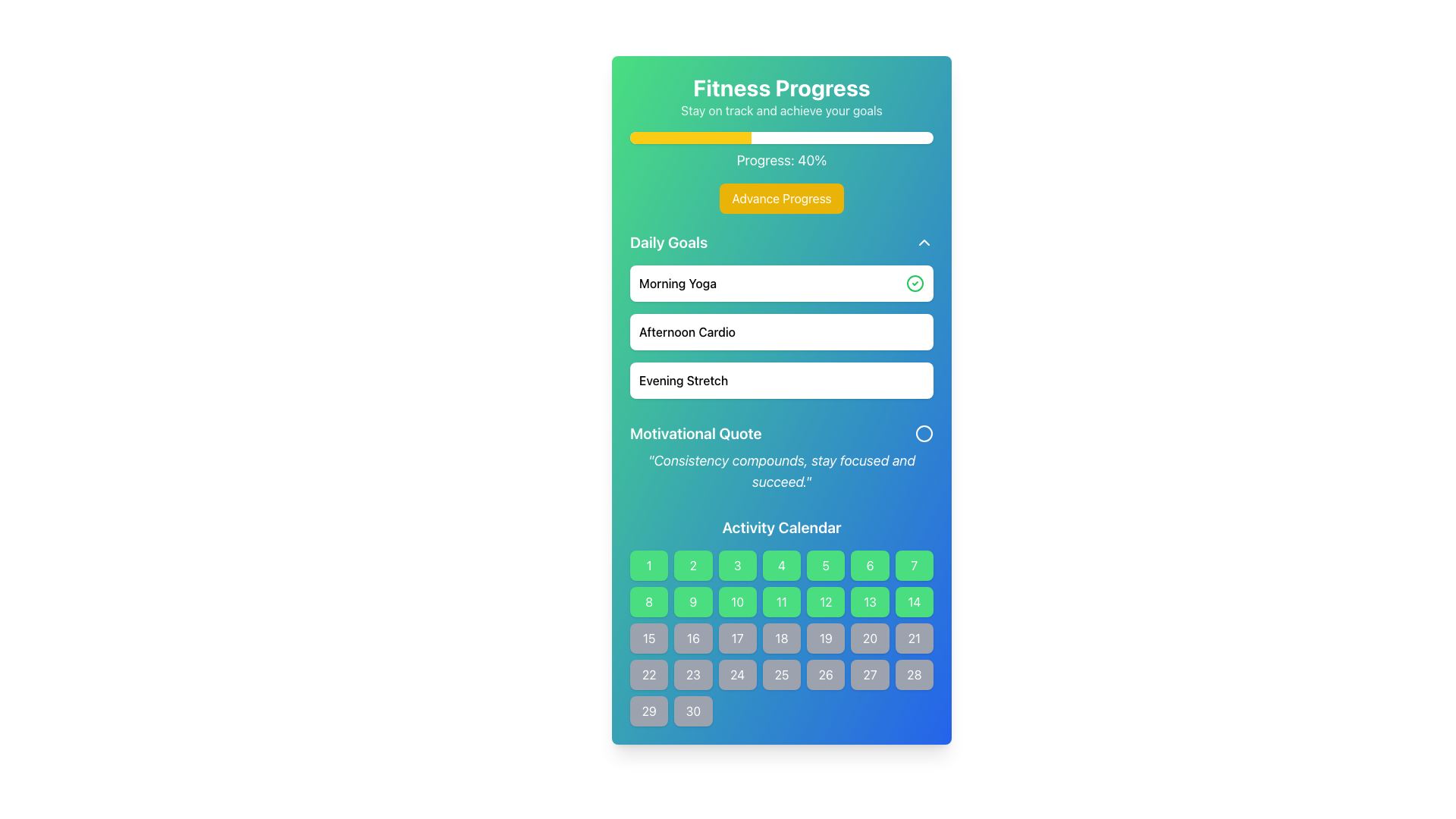 Image resolution: width=1456 pixels, height=819 pixels. I want to click on the button representing the 28th day in the activity calendar, so click(913, 674).